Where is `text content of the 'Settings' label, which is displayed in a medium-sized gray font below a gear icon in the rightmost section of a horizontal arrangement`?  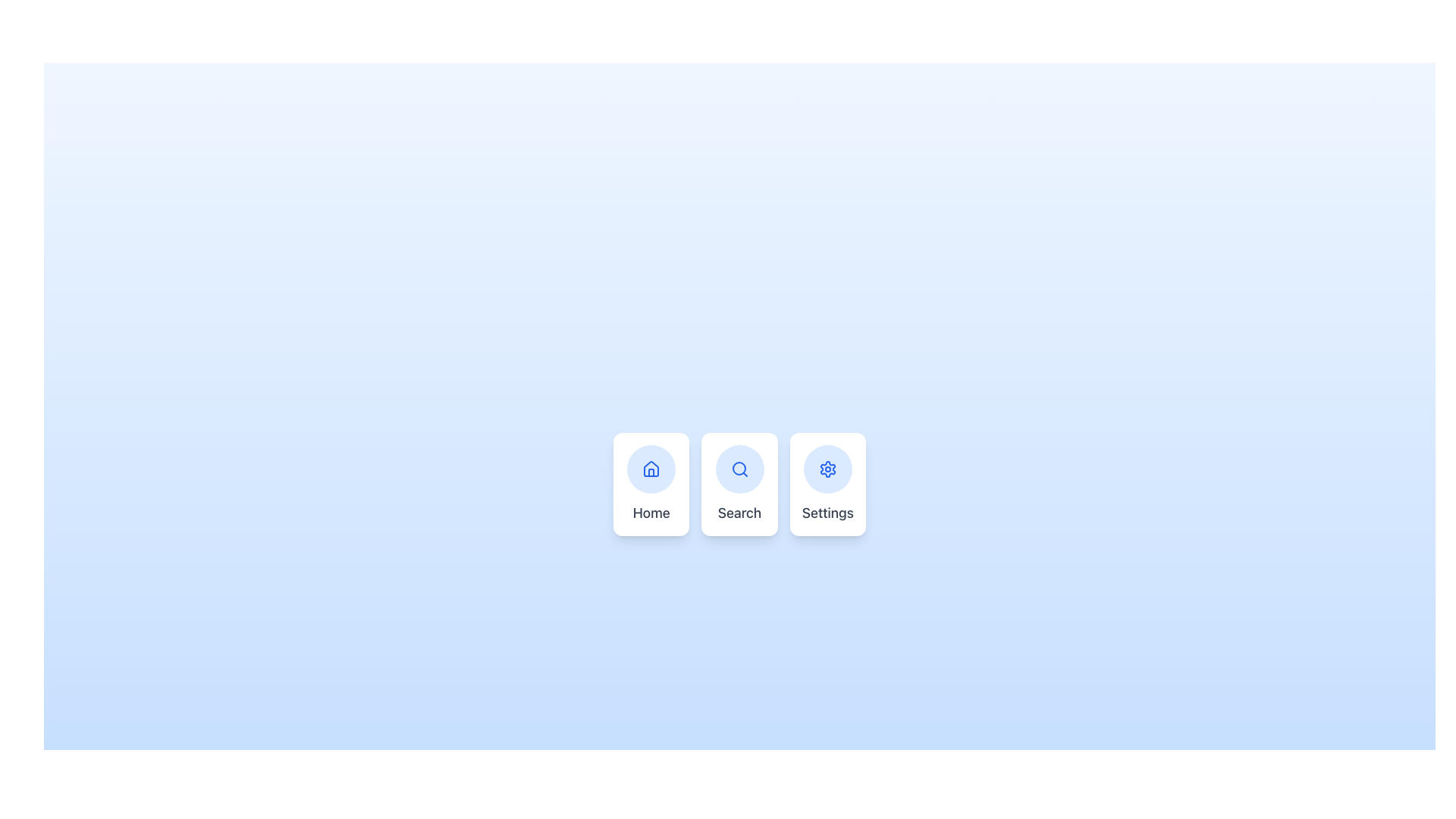
text content of the 'Settings' label, which is displayed in a medium-sized gray font below a gear icon in the rightmost section of a horizontal arrangement is located at coordinates (827, 513).